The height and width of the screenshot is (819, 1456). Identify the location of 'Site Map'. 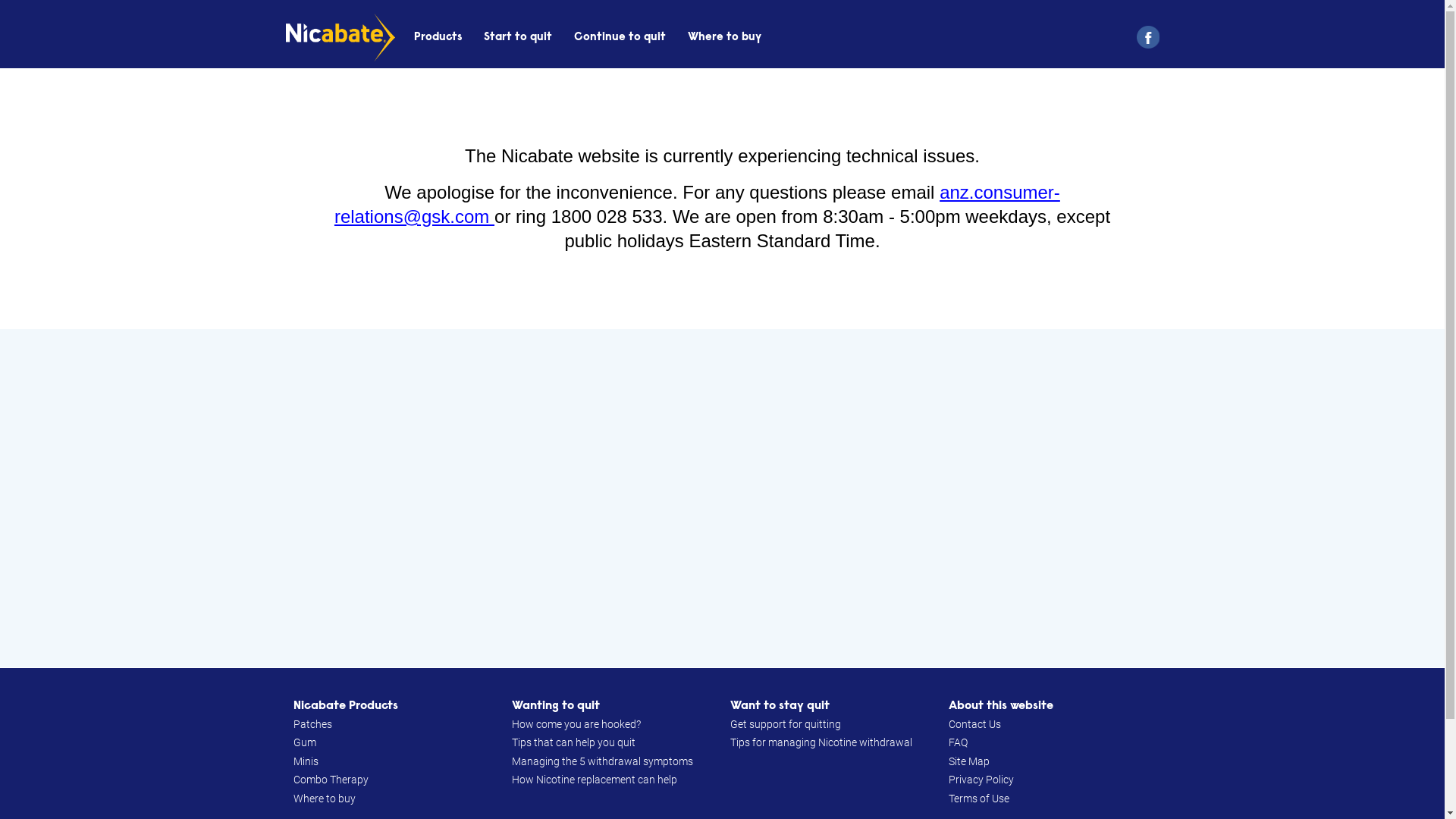
(967, 761).